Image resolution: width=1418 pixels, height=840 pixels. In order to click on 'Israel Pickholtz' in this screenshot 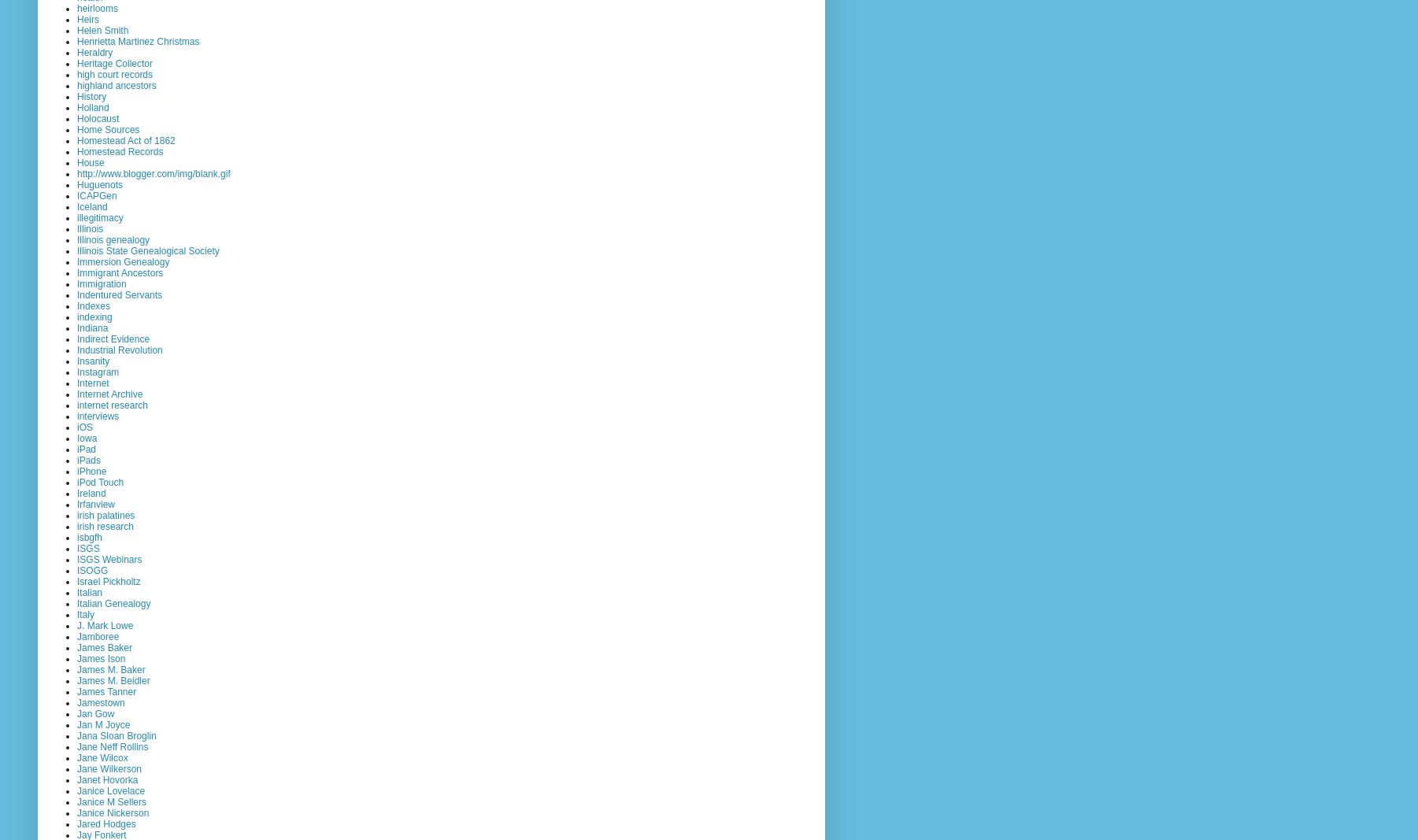, I will do `click(108, 580)`.